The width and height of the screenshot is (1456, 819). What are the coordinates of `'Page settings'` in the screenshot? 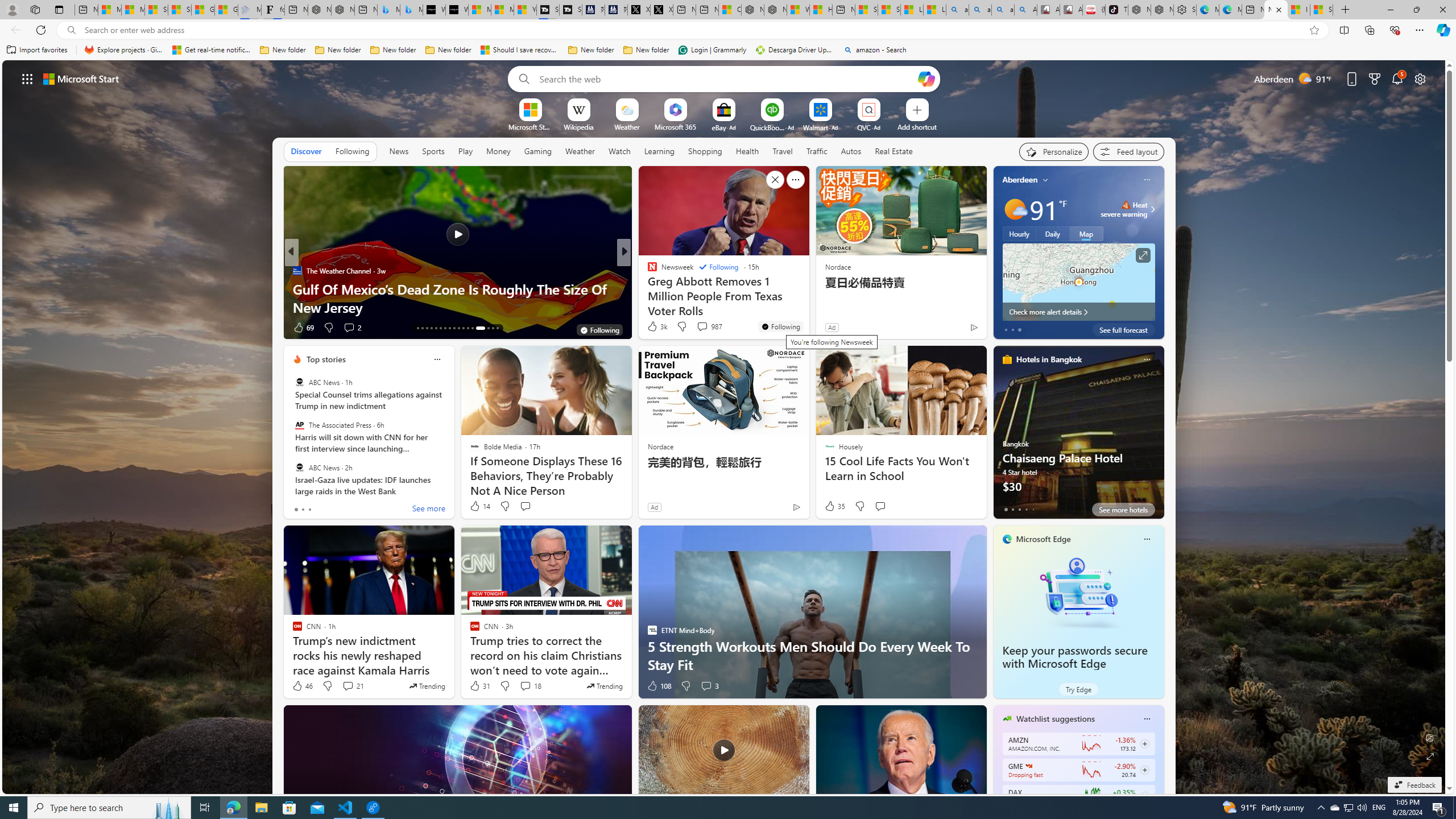 It's located at (1420, 78).